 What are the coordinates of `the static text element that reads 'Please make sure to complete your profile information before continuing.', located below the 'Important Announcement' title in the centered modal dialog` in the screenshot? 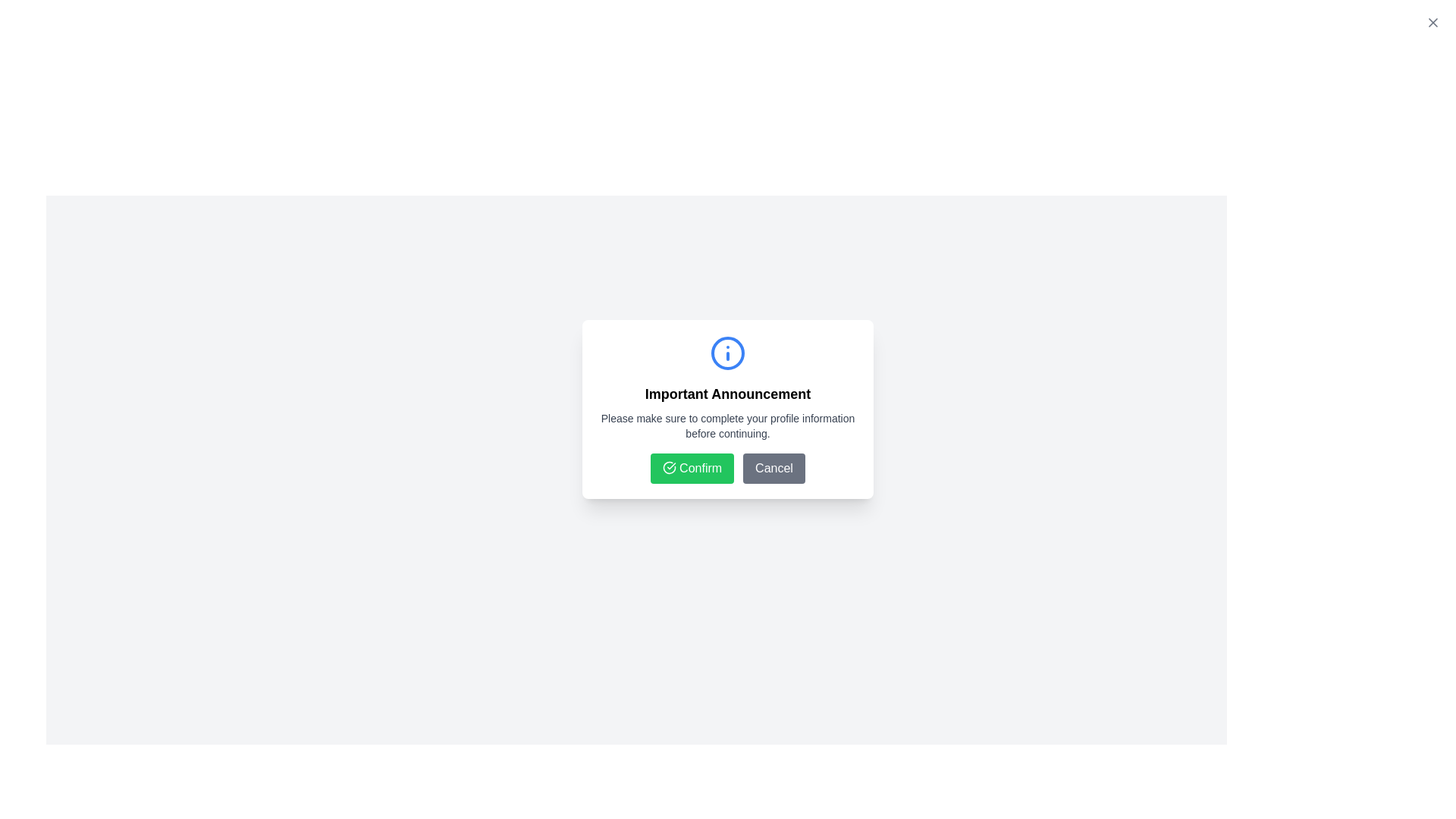 It's located at (728, 426).